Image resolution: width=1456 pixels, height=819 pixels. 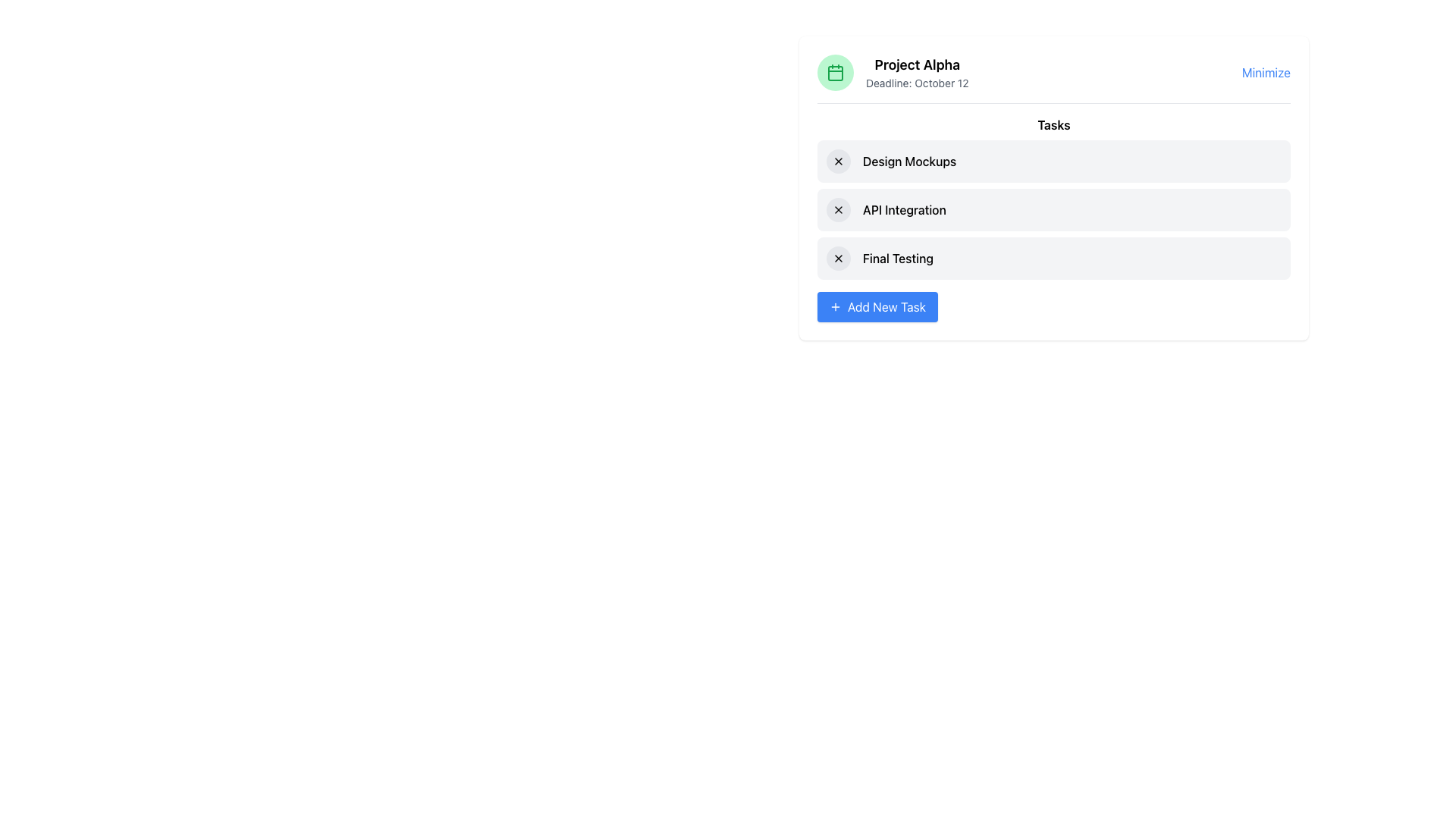 I want to click on the non-interactive text label displaying the task name 'Design Mockups' within the first task item of the vertical task list, so click(x=909, y=161).